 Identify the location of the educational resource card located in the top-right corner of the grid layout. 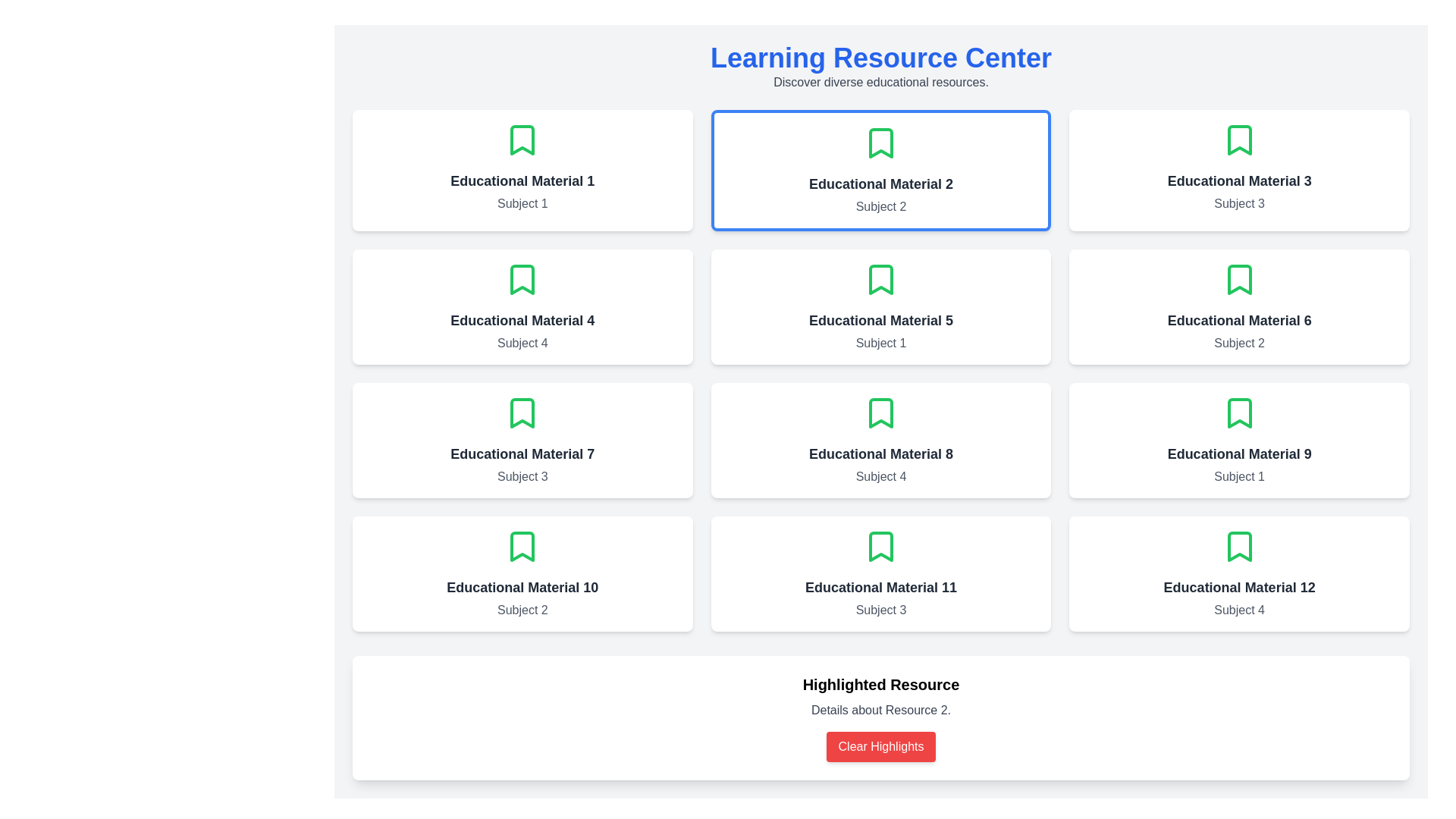
(1239, 170).